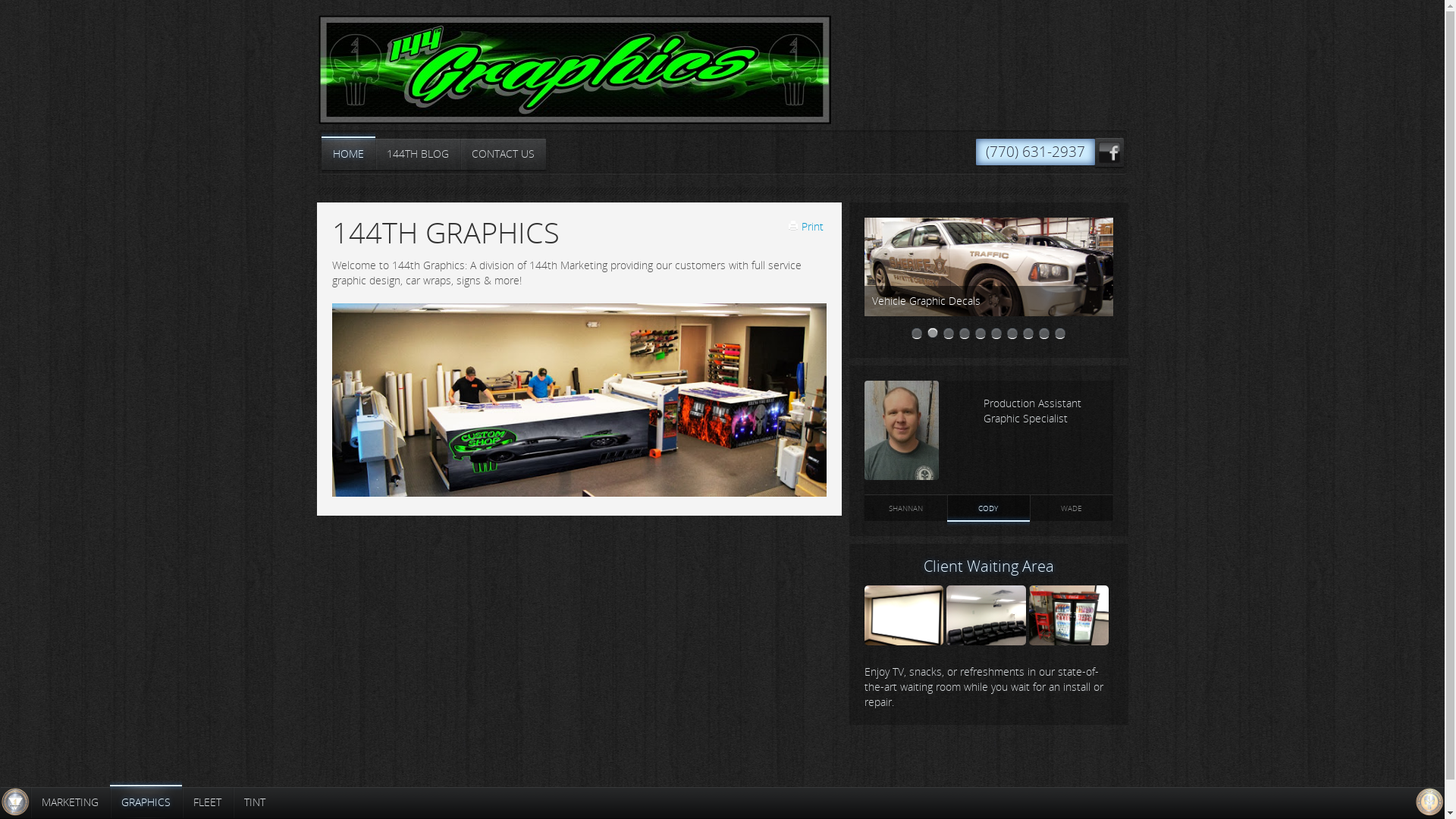 The height and width of the screenshot is (819, 1456). Describe the element at coordinates (986, 641) in the screenshot. I see `'Seating'` at that location.